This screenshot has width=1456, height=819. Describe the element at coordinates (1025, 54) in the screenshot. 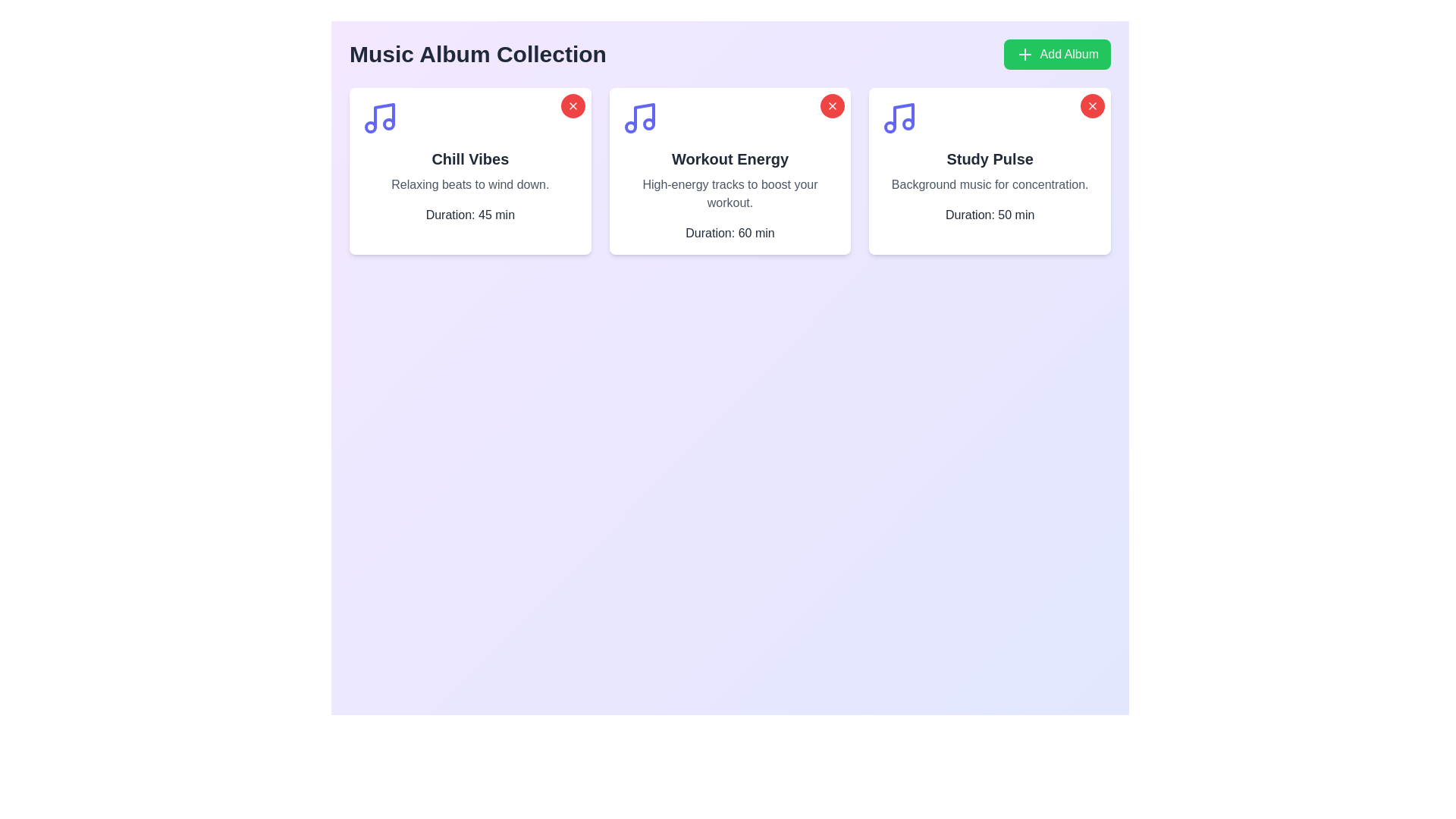

I see `the 'Add Album' button, which contains the icon indicating the addition of a new album to the collection` at that location.